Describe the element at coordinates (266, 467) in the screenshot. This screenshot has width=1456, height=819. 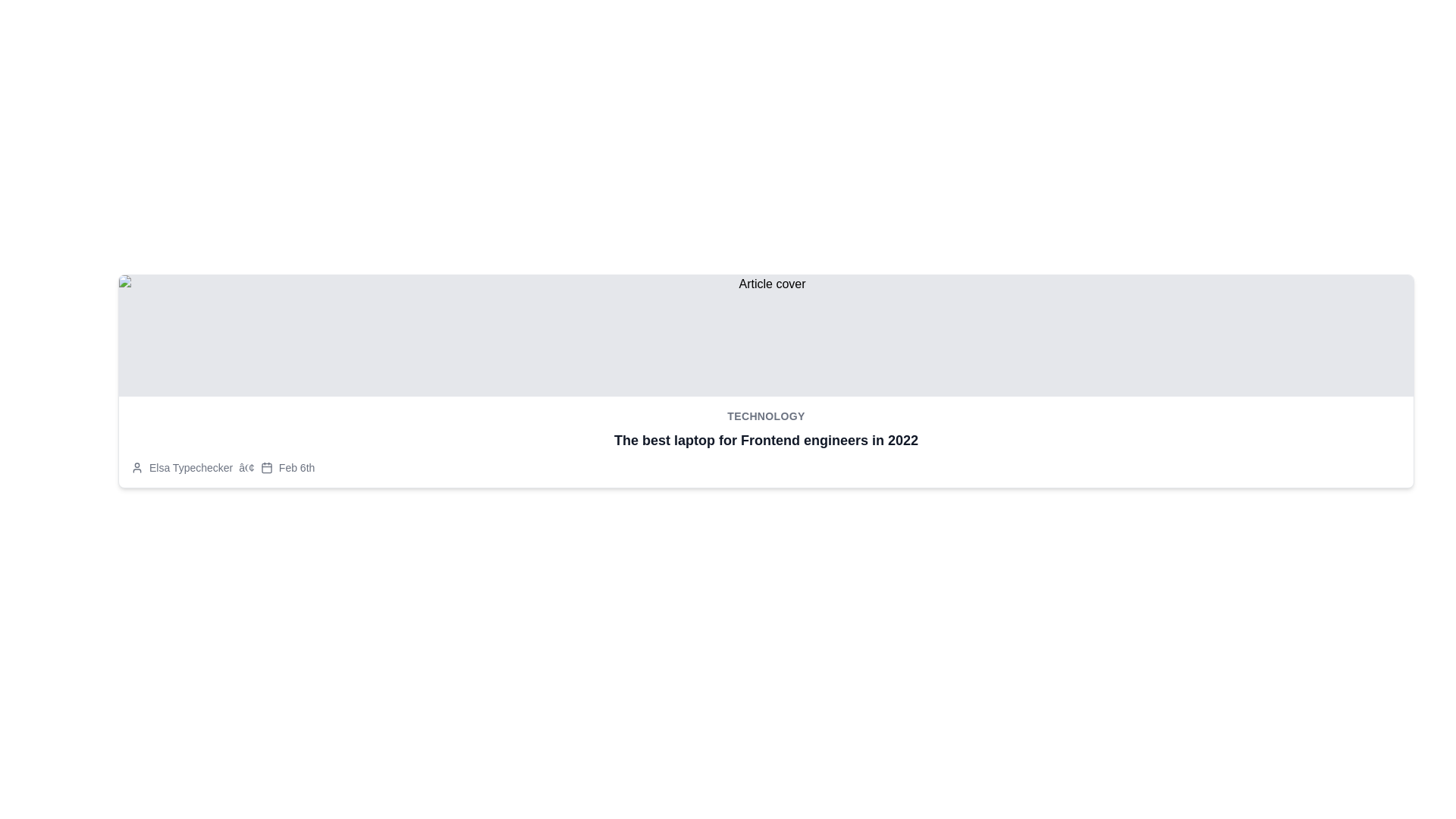
I see `the small grayish calendar icon located at the bottom of the article card, positioned after the author name and before the date 'Feb 6th'` at that location.